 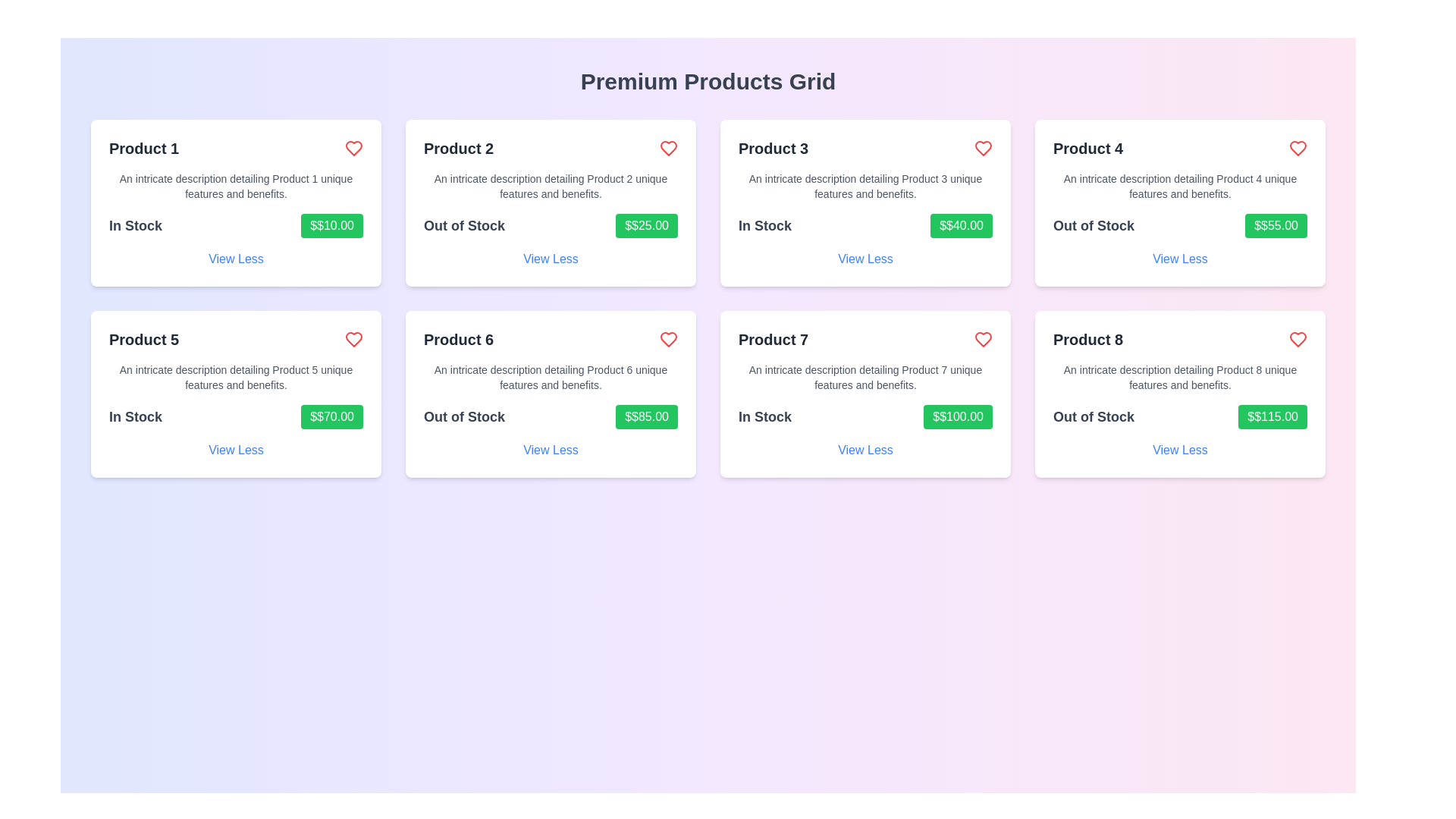 What do you see at coordinates (144, 149) in the screenshot?
I see `the bold, large-sized dark gray text label reading 'Product 1' located at the top-left of its card, above a descriptive paragraph and next to a heart-shaped icon` at bounding box center [144, 149].